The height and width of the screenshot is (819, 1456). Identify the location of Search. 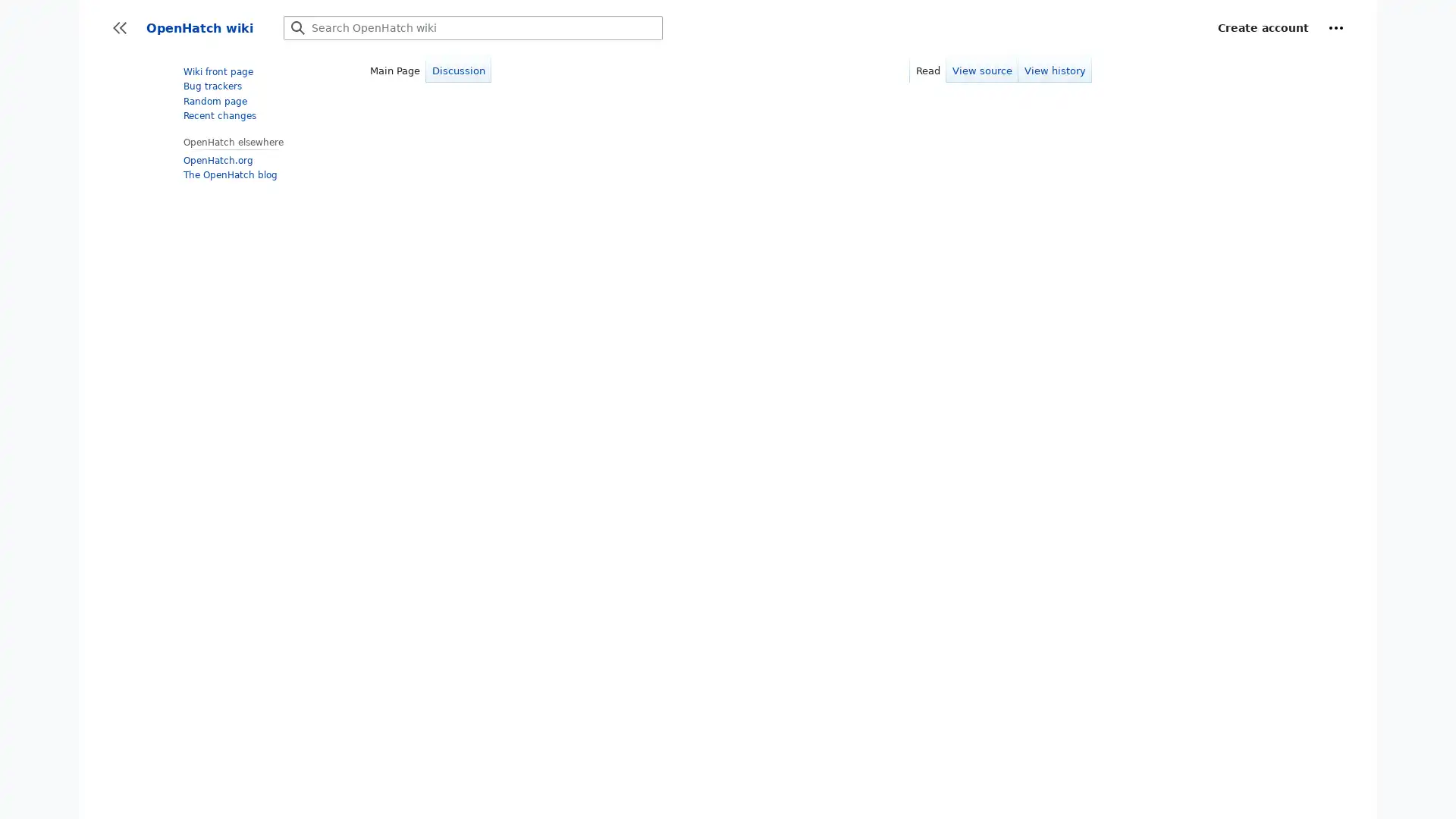
(298, 28).